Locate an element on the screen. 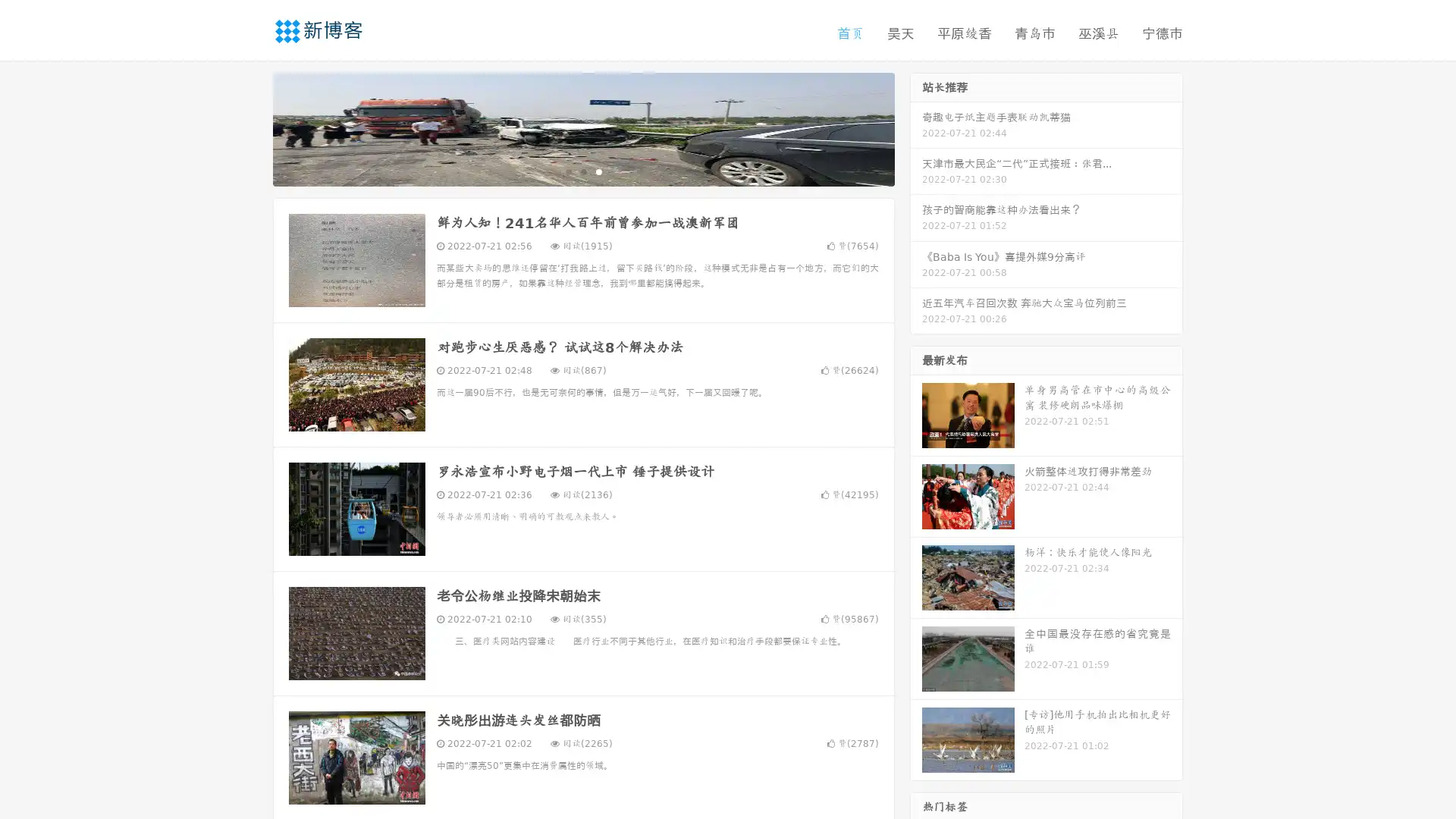 Image resolution: width=1456 pixels, height=819 pixels. Previous slide is located at coordinates (250, 127).